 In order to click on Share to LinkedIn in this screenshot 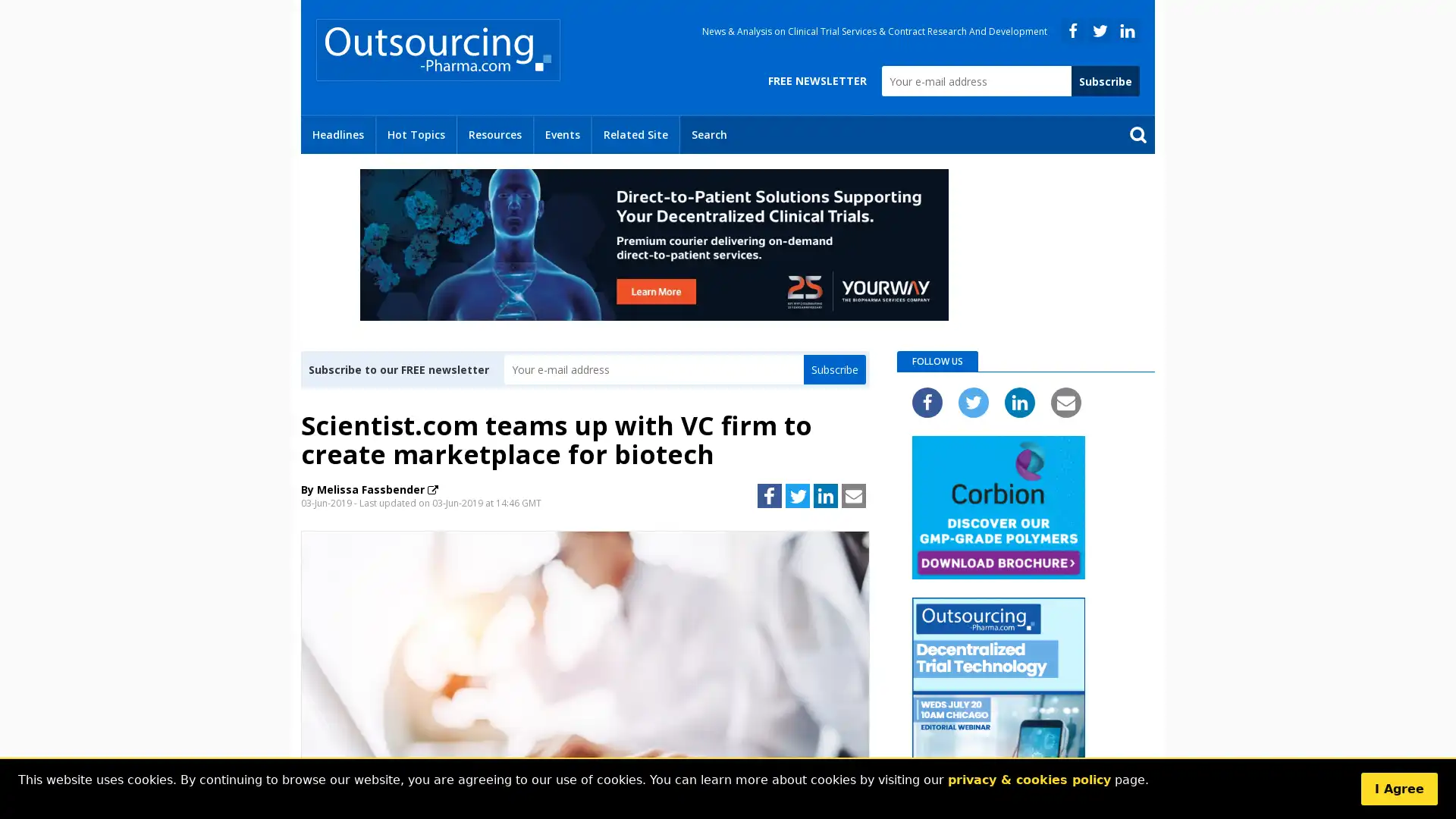, I will do `click(825, 494)`.